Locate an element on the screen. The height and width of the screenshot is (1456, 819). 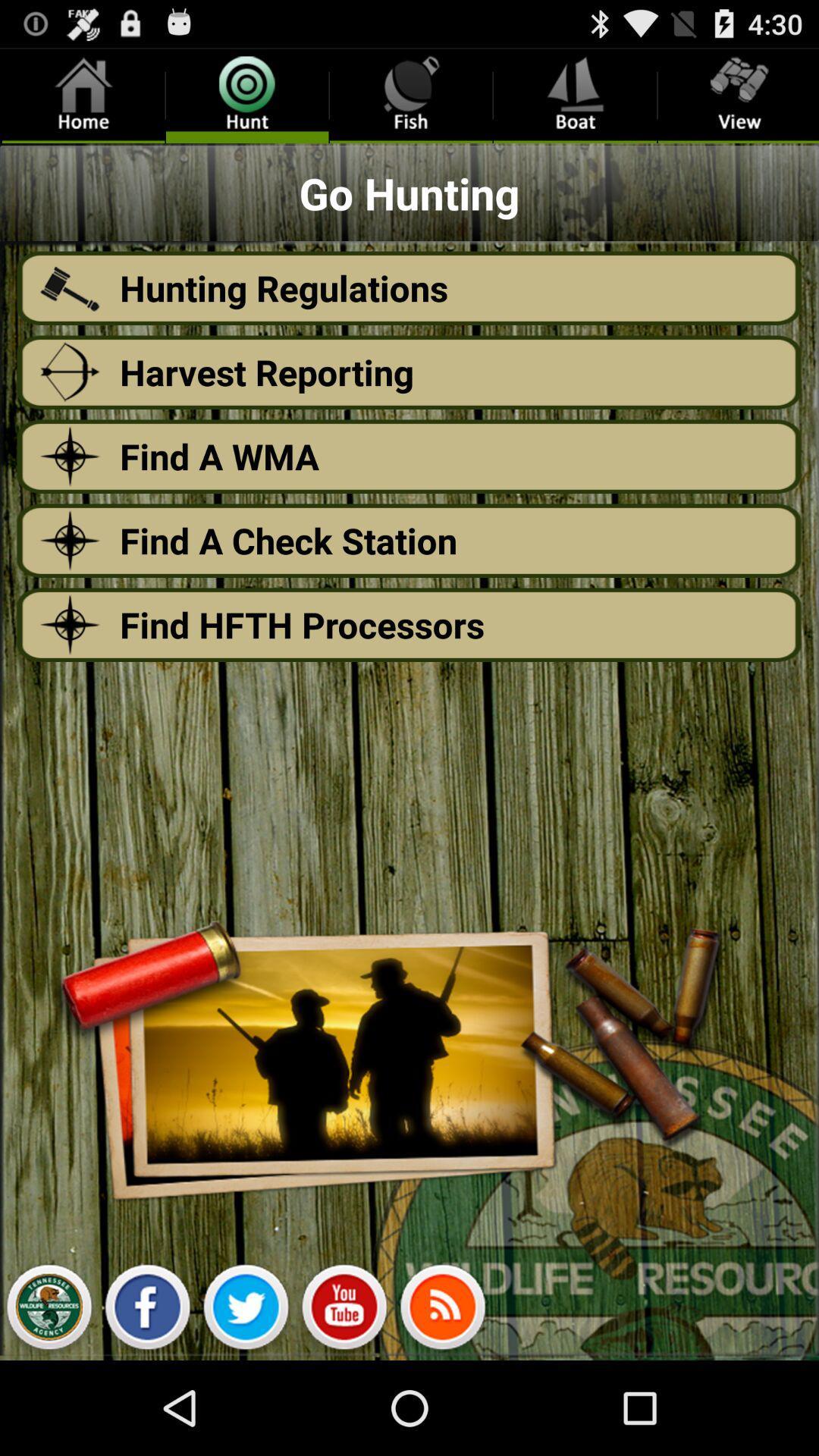
taggle the twiitter page is located at coordinates (245, 1310).